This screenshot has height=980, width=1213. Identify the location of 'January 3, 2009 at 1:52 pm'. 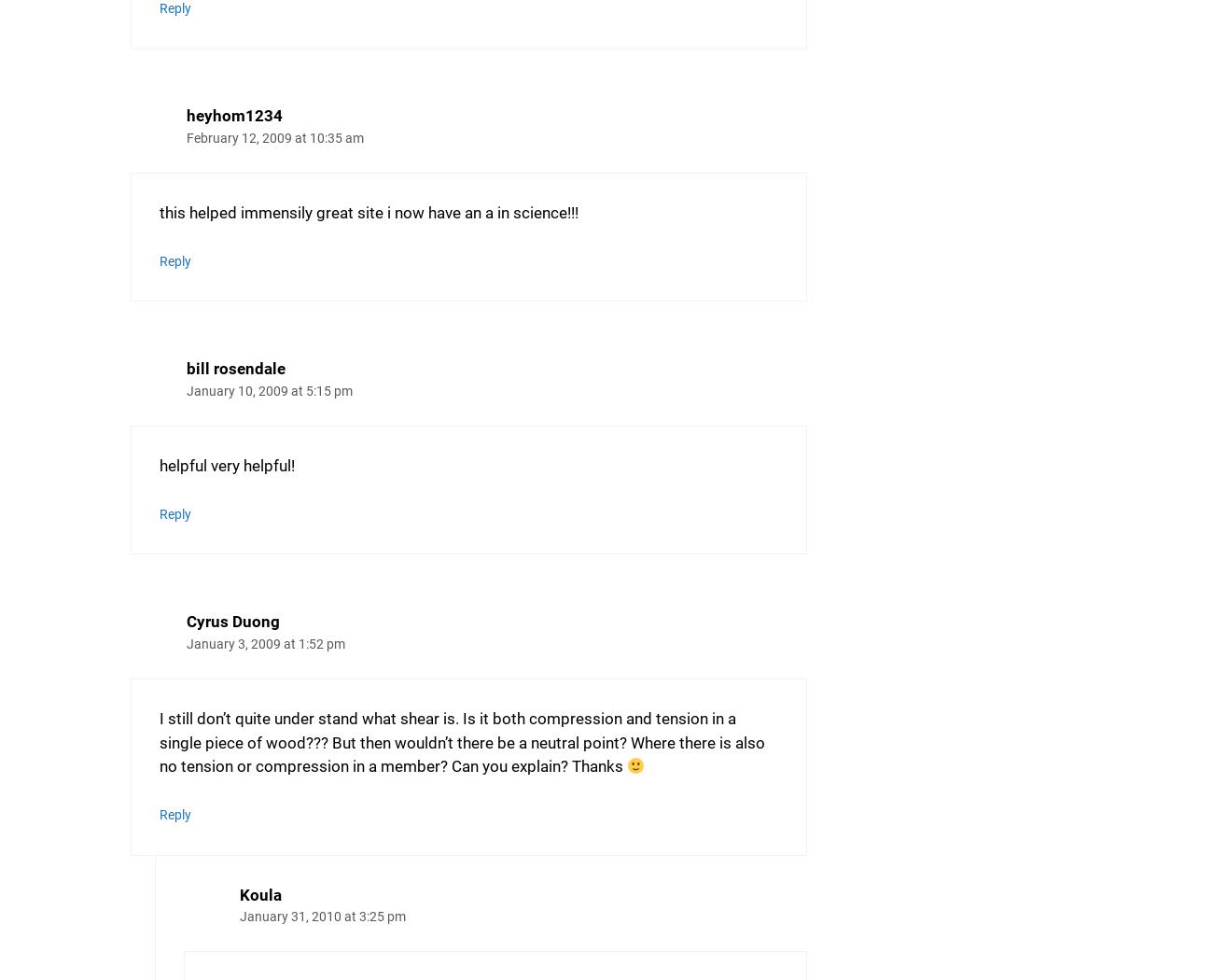
(265, 643).